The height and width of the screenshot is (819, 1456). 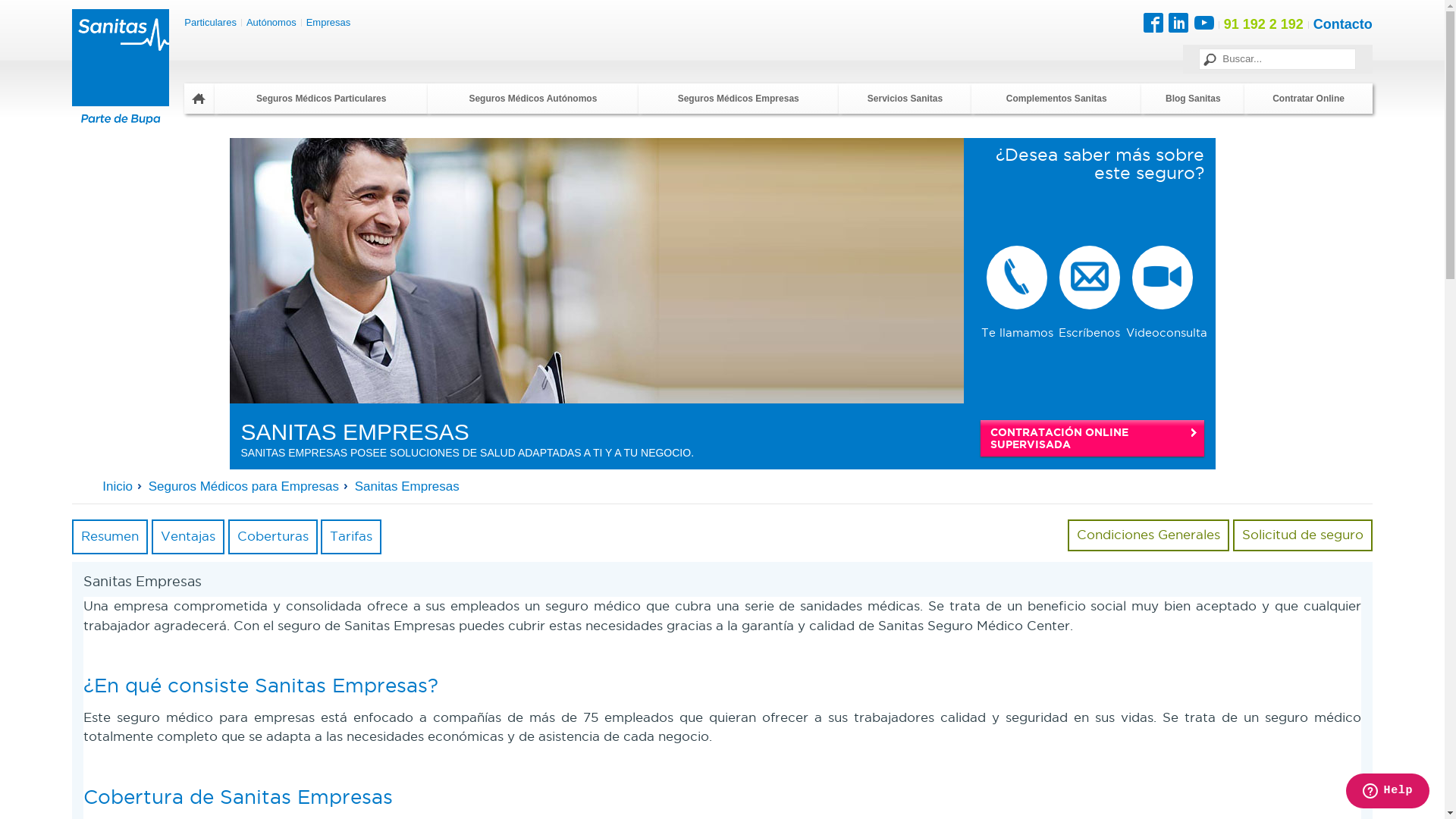 What do you see at coordinates (119, 66) in the screenshot?
I see `'Sanitas'` at bounding box center [119, 66].